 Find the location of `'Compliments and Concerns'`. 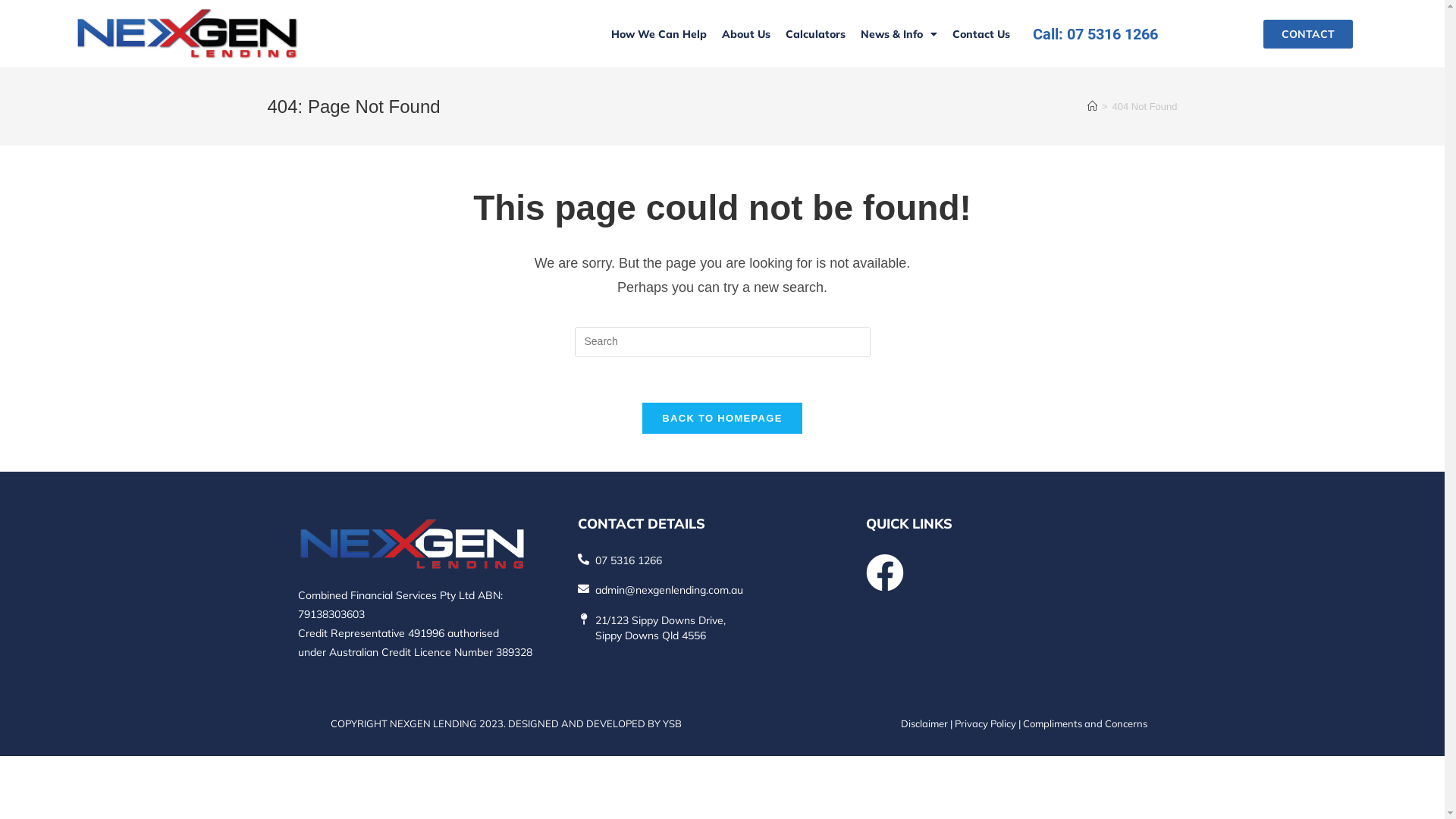

'Compliments and Concerns' is located at coordinates (1084, 722).